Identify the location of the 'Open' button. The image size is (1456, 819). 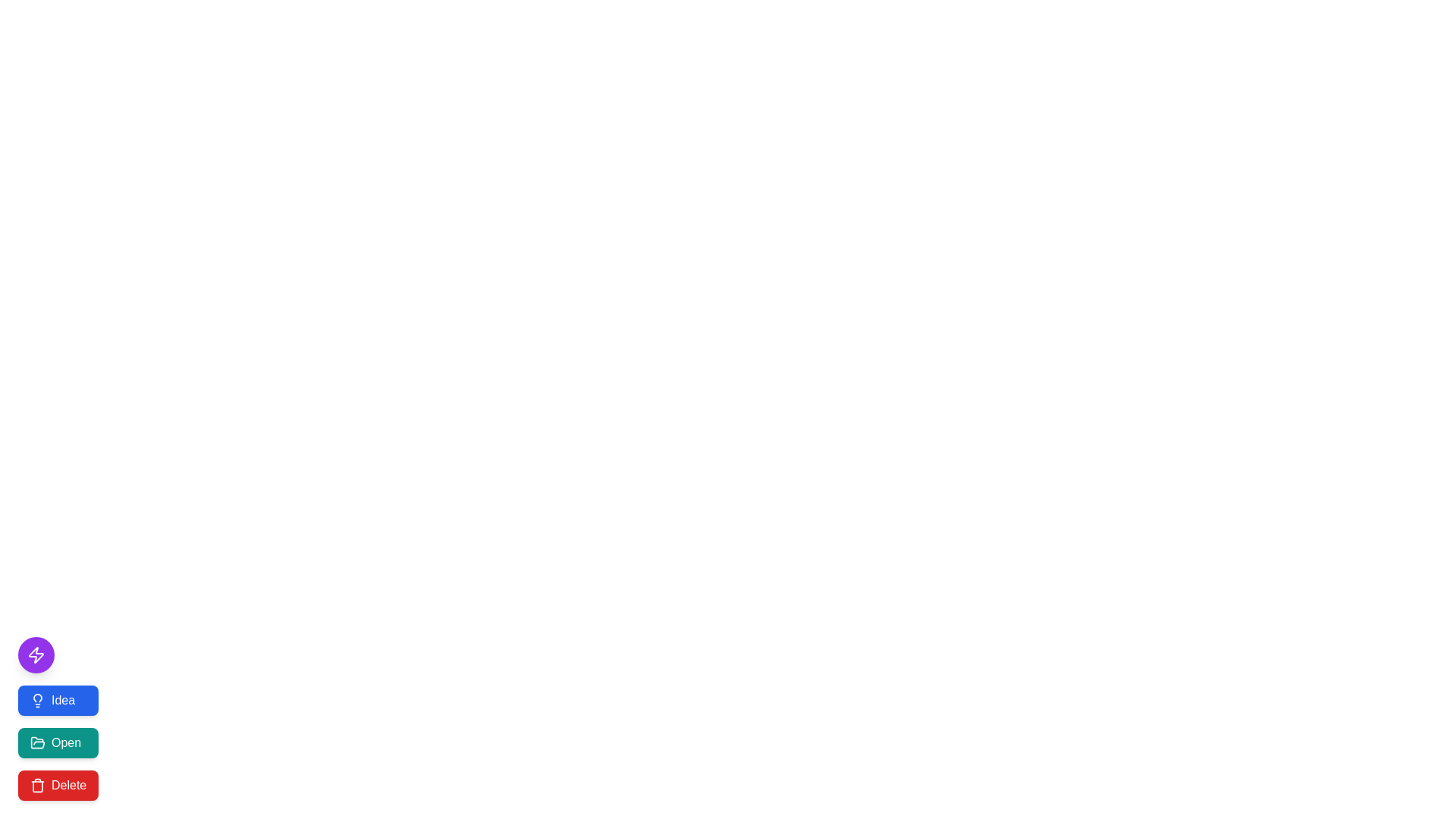
(58, 742).